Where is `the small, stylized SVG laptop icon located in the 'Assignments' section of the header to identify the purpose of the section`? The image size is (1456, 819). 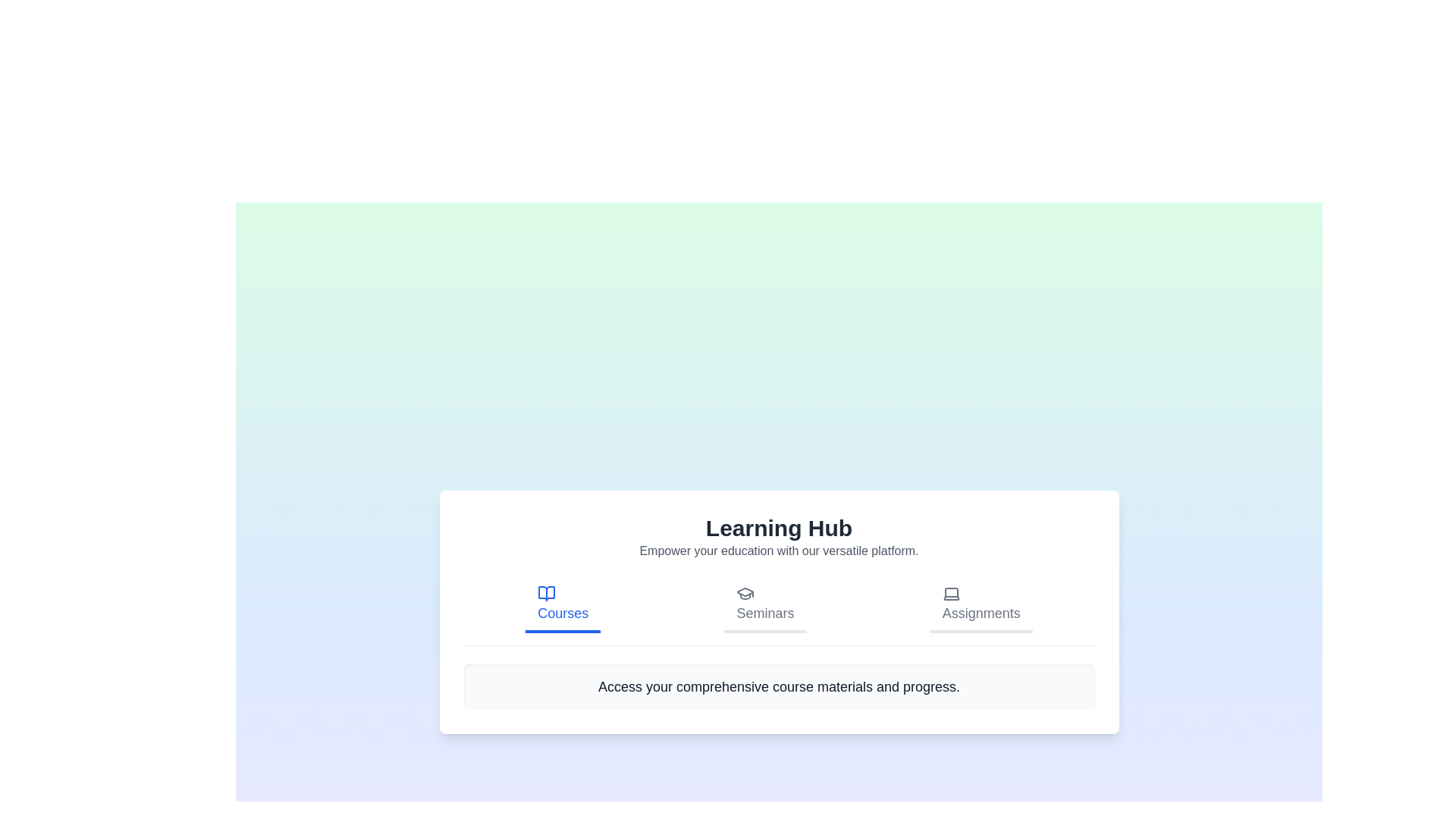
the small, stylized SVG laptop icon located in the 'Assignments' section of the header to identify the purpose of the section is located at coordinates (950, 592).